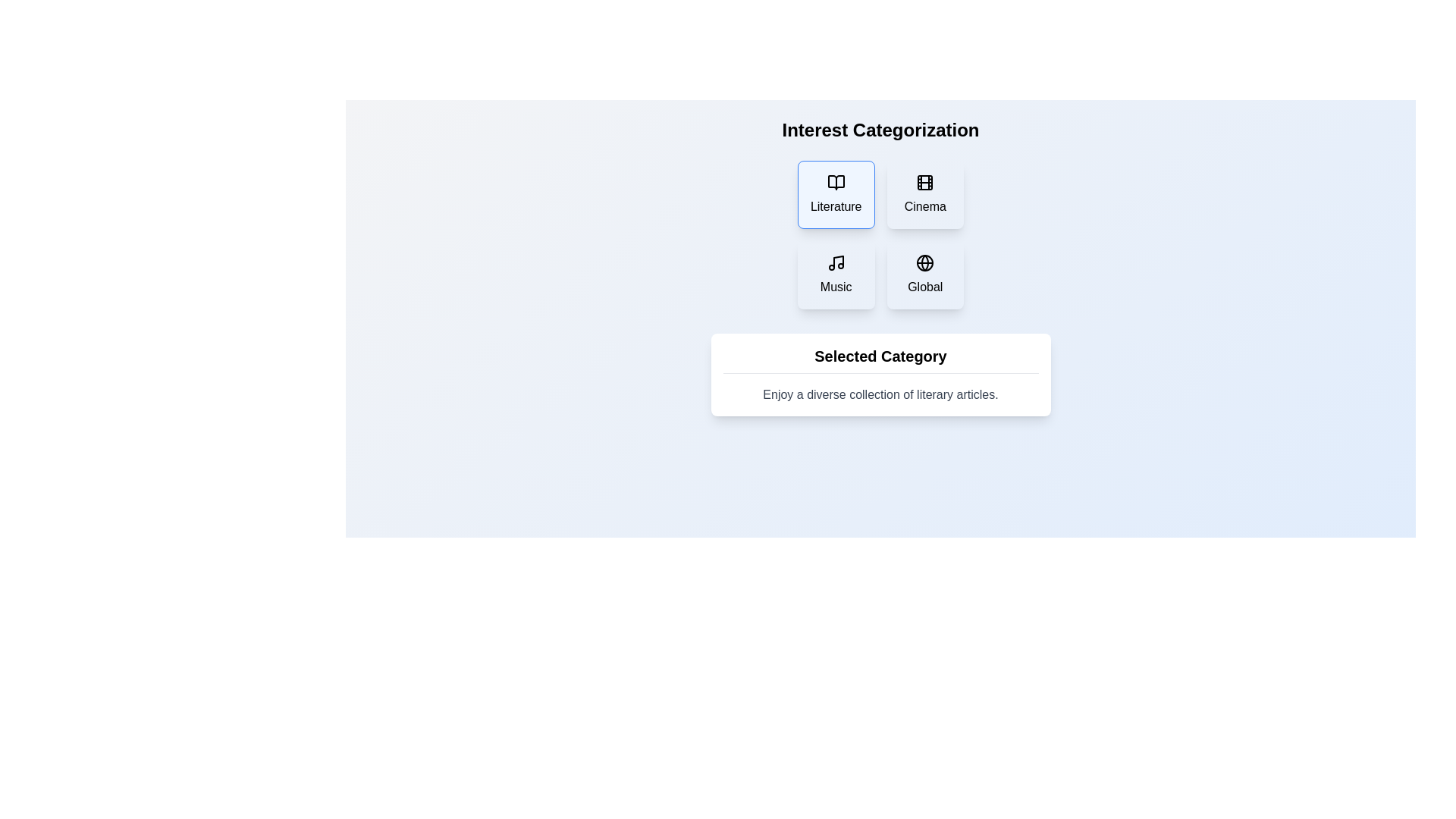 This screenshot has height=819, width=1456. What do you see at coordinates (835, 194) in the screenshot?
I see `the 'Literature' category button located at the top-left corner of the grid layout` at bounding box center [835, 194].